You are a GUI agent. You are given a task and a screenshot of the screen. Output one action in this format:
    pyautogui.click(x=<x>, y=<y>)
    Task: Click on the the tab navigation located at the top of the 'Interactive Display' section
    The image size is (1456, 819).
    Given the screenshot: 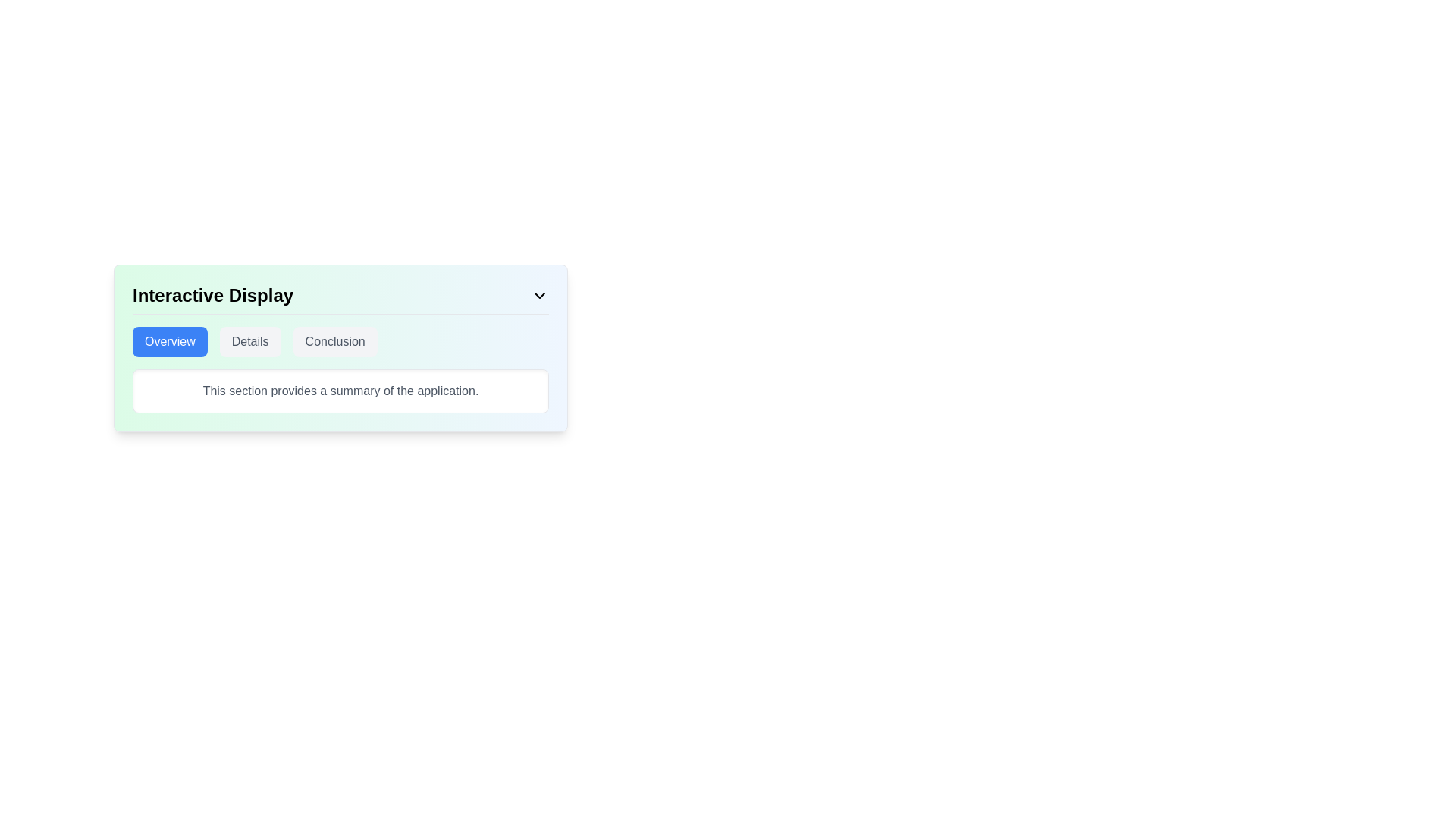 What is the action you would take?
    pyautogui.click(x=340, y=342)
    